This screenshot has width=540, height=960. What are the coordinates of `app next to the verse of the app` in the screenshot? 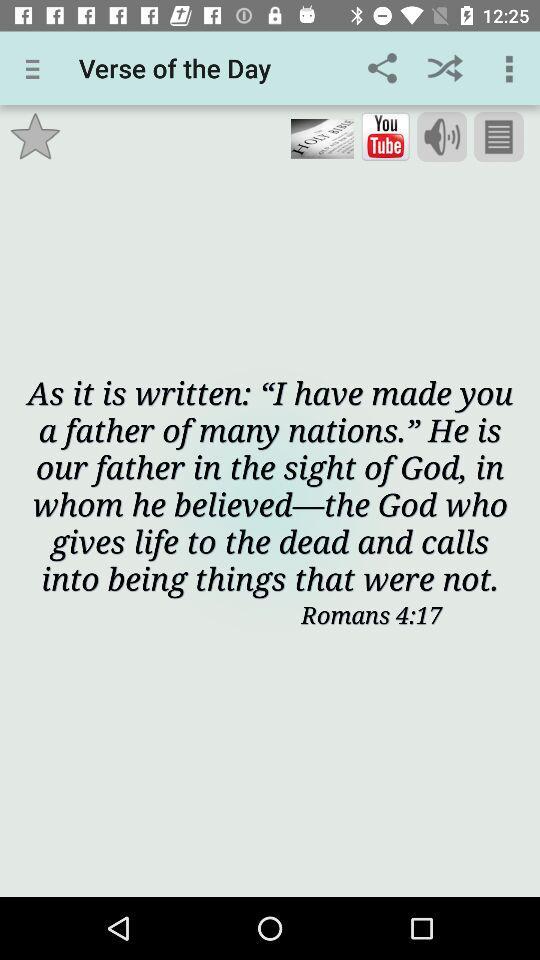 It's located at (36, 68).